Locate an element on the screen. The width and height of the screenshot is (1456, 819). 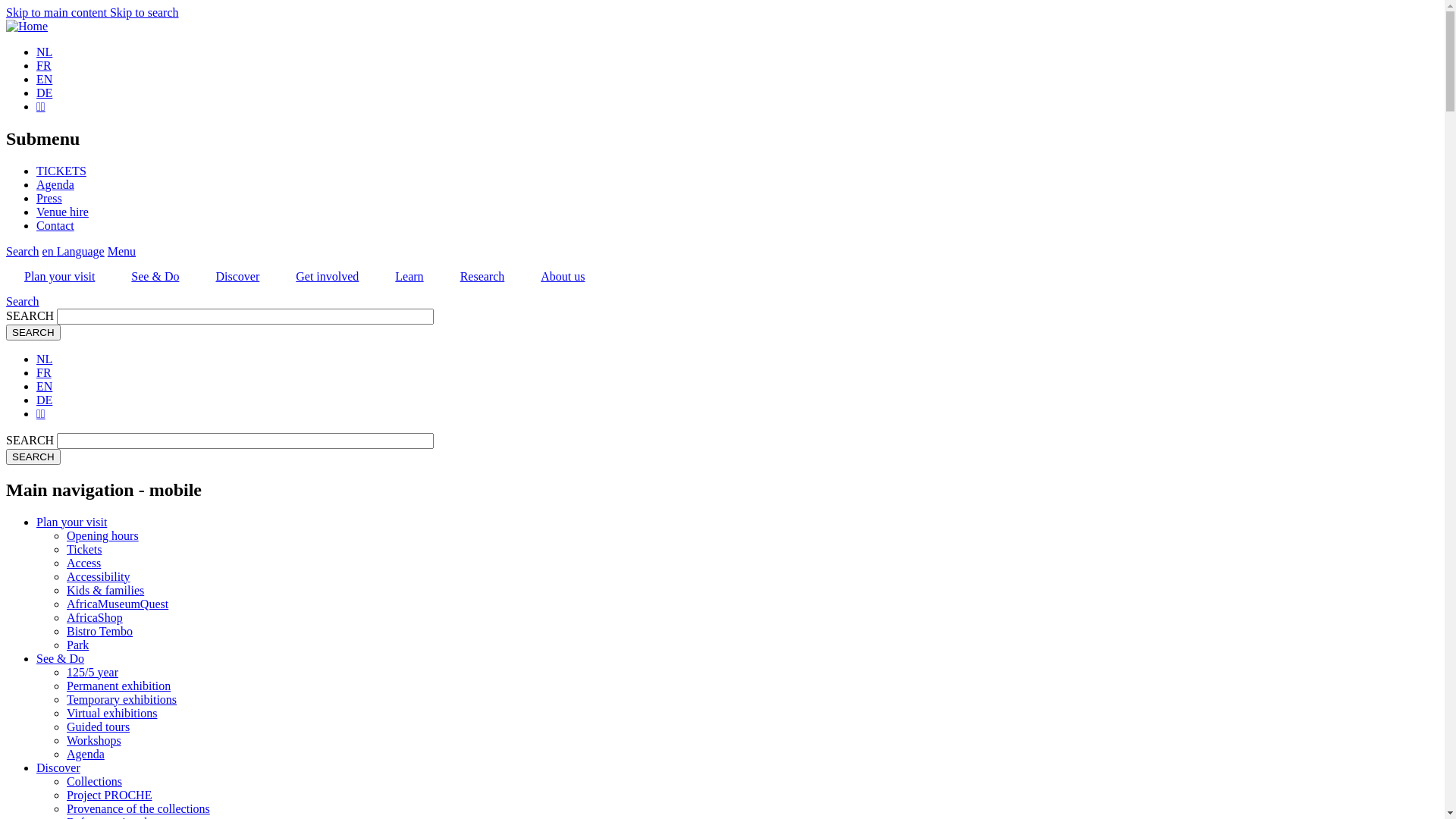
'Bistro Tembo' is located at coordinates (99, 631).